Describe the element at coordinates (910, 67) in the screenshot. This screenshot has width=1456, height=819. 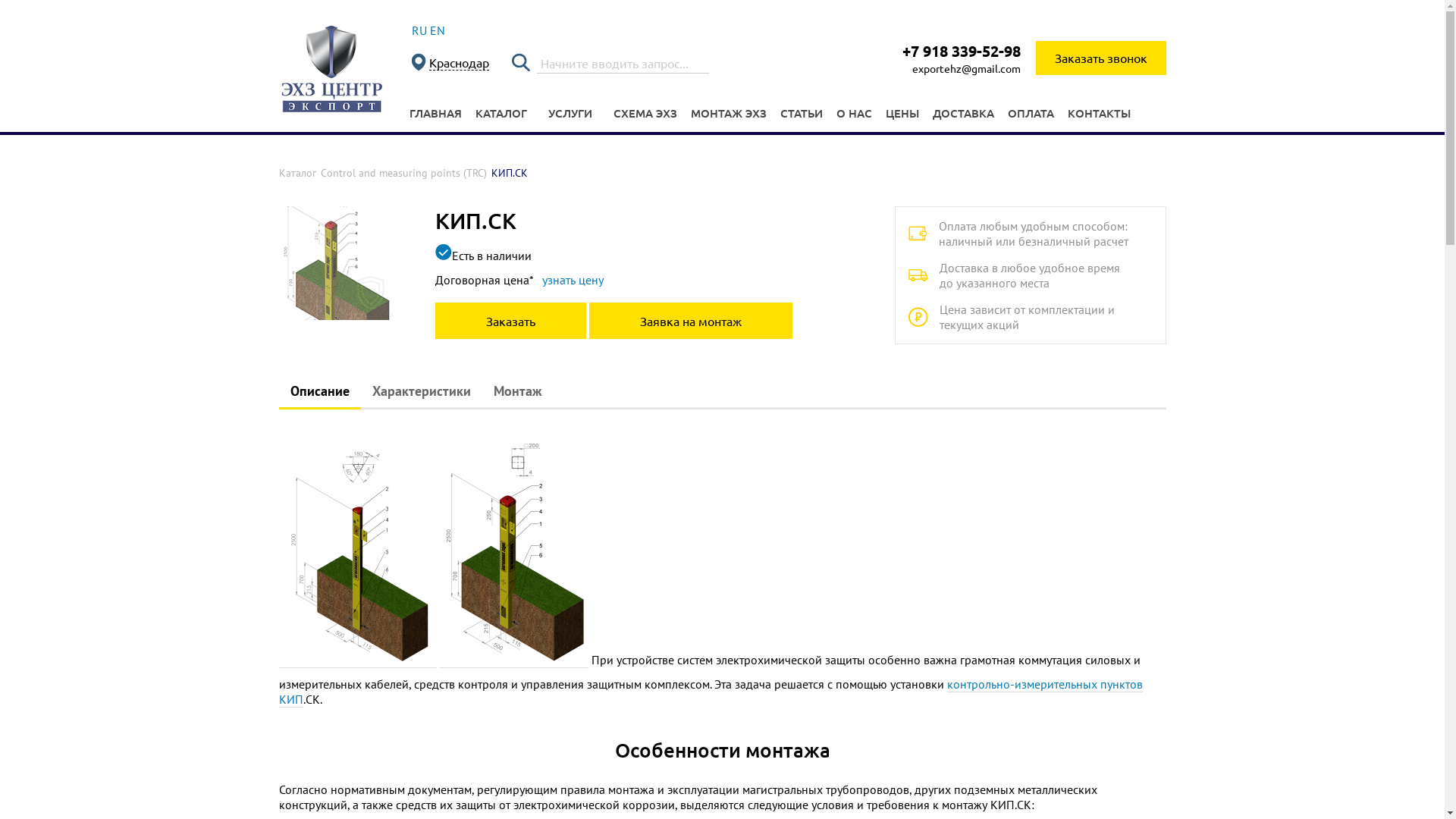
I see `'exportehz@gmail.com'` at that location.